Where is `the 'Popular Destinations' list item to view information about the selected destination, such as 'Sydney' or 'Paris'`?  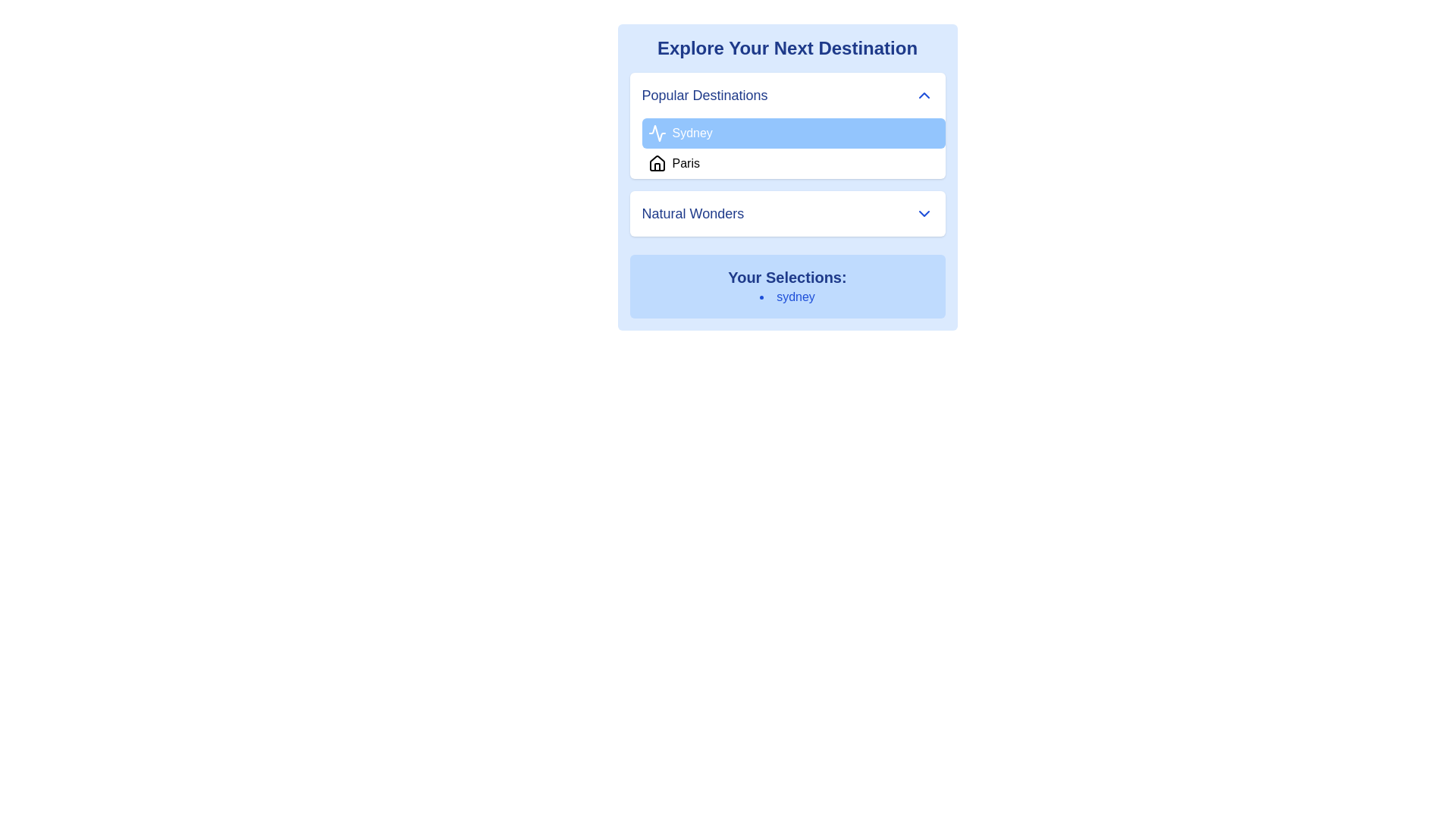
the 'Popular Destinations' list item to view information about the selected destination, such as 'Sydney' or 'Paris' is located at coordinates (787, 155).